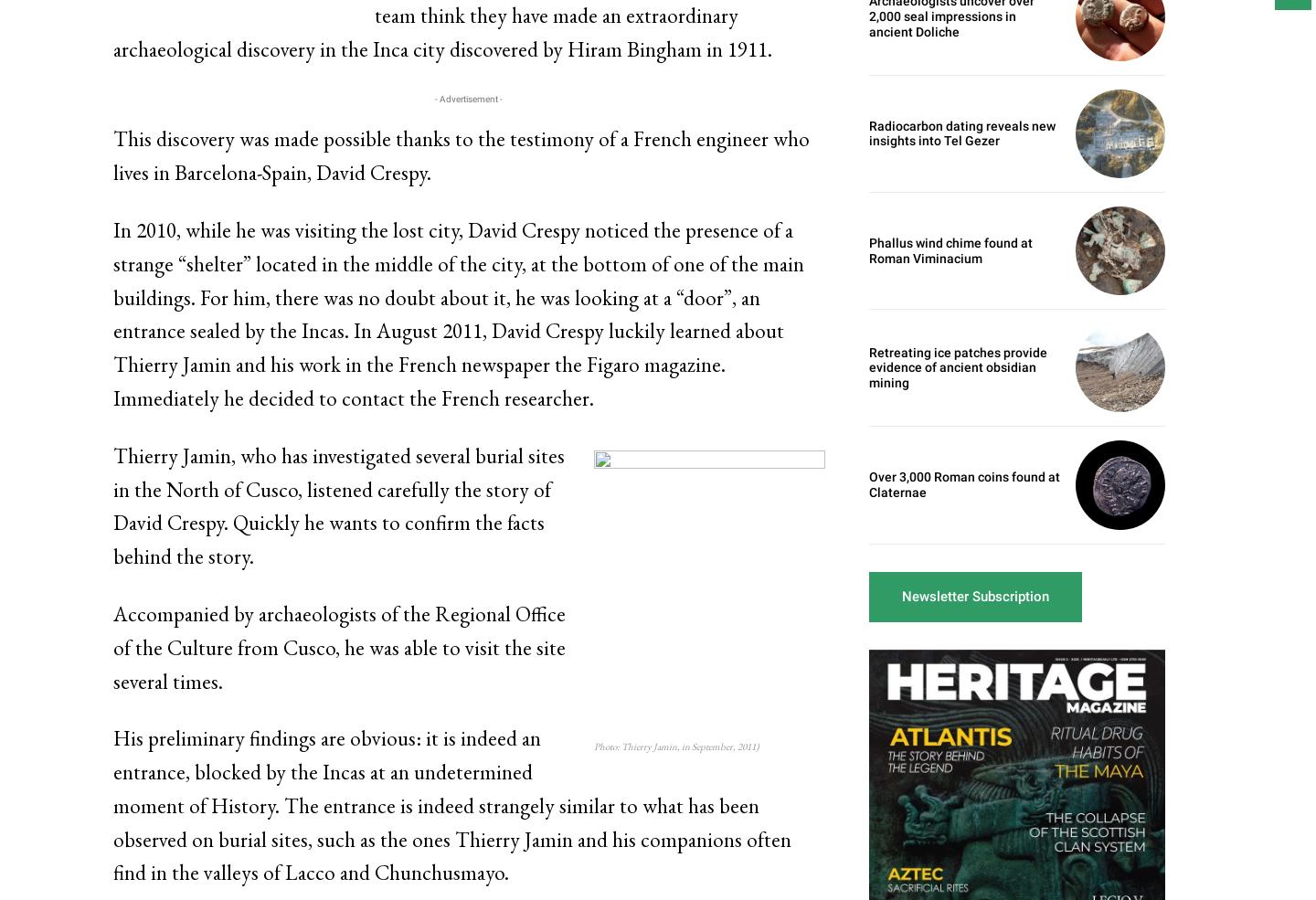 Image resolution: width=1316 pixels, height=900 pixels. What do you see at coordinates (111, 505) in the screenshot?
I see `'Thierry Jamin, who has investigated several burial sites in the North of Cusco, listened carefully the story of David Crespy. Quickly he wants to confirm the facts behind the story.'` at bounding box center [111, 505].